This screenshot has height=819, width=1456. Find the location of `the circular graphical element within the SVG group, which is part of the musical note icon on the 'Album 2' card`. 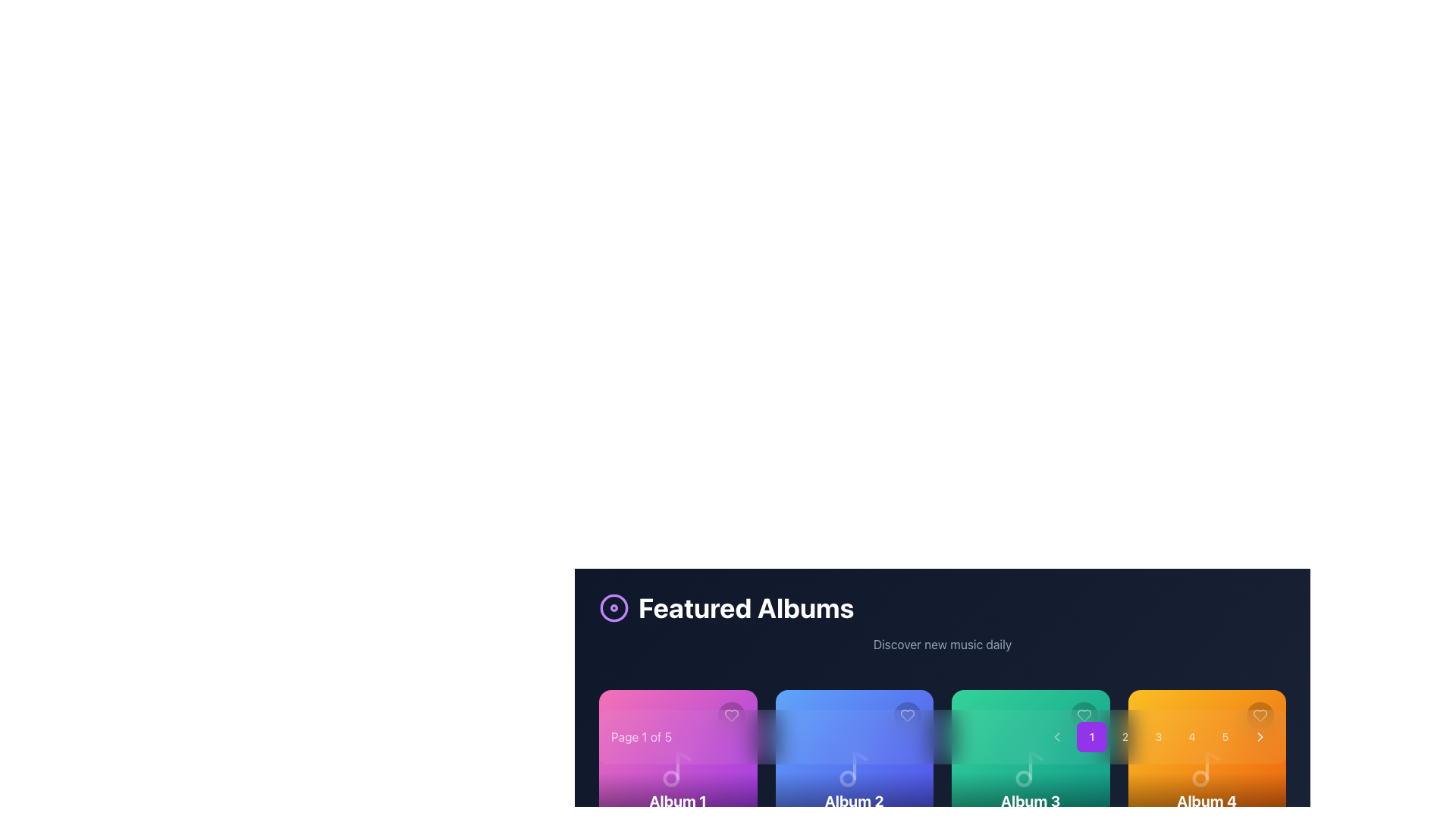

the circular graphical element within the SVG group, which is part of the musical note icon on the 'Album 2' card is located at coordinates (847, 779).